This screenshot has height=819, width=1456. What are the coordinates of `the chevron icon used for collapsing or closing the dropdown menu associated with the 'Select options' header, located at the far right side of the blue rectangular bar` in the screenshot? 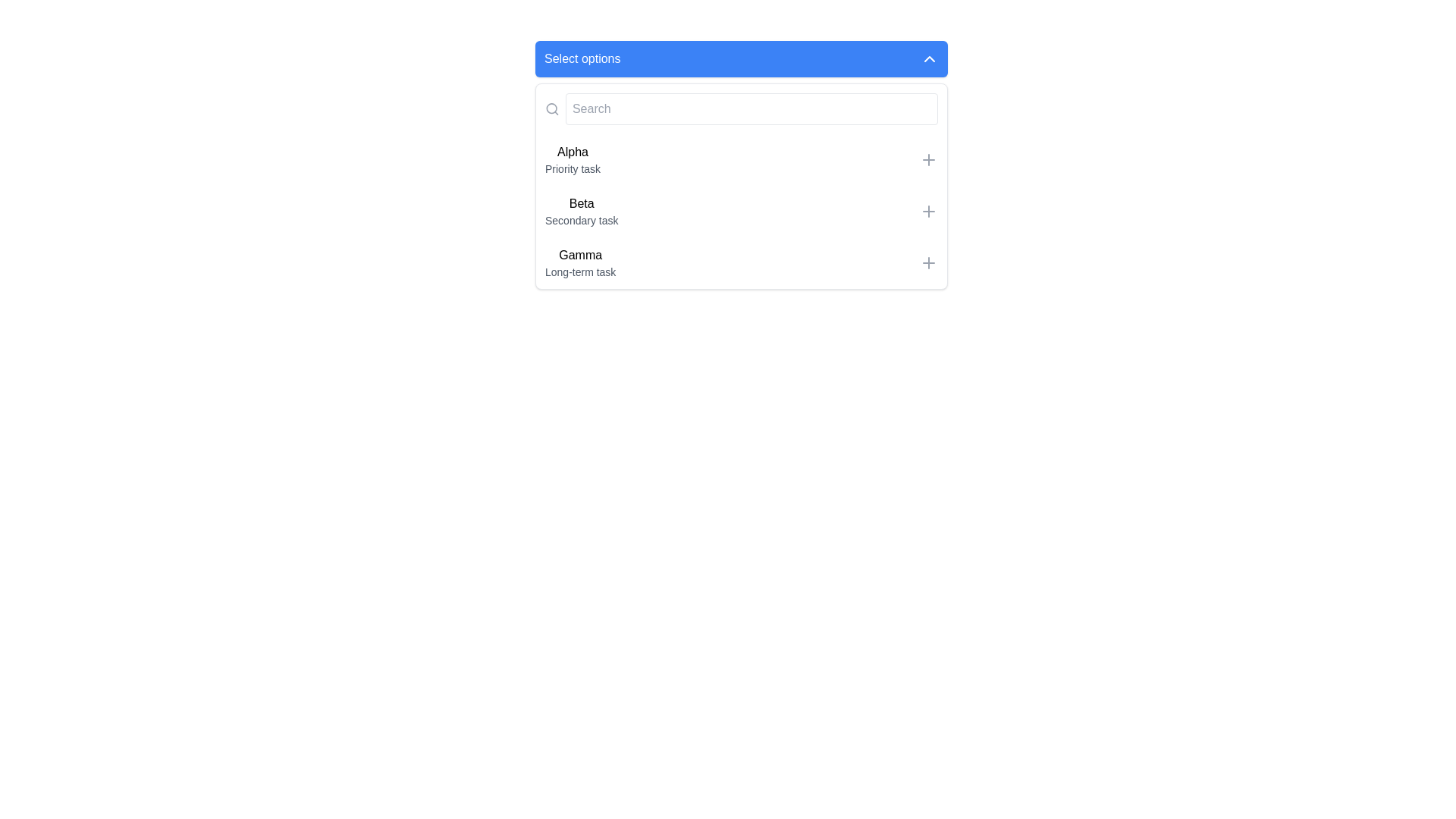 It's located at (928, 58).